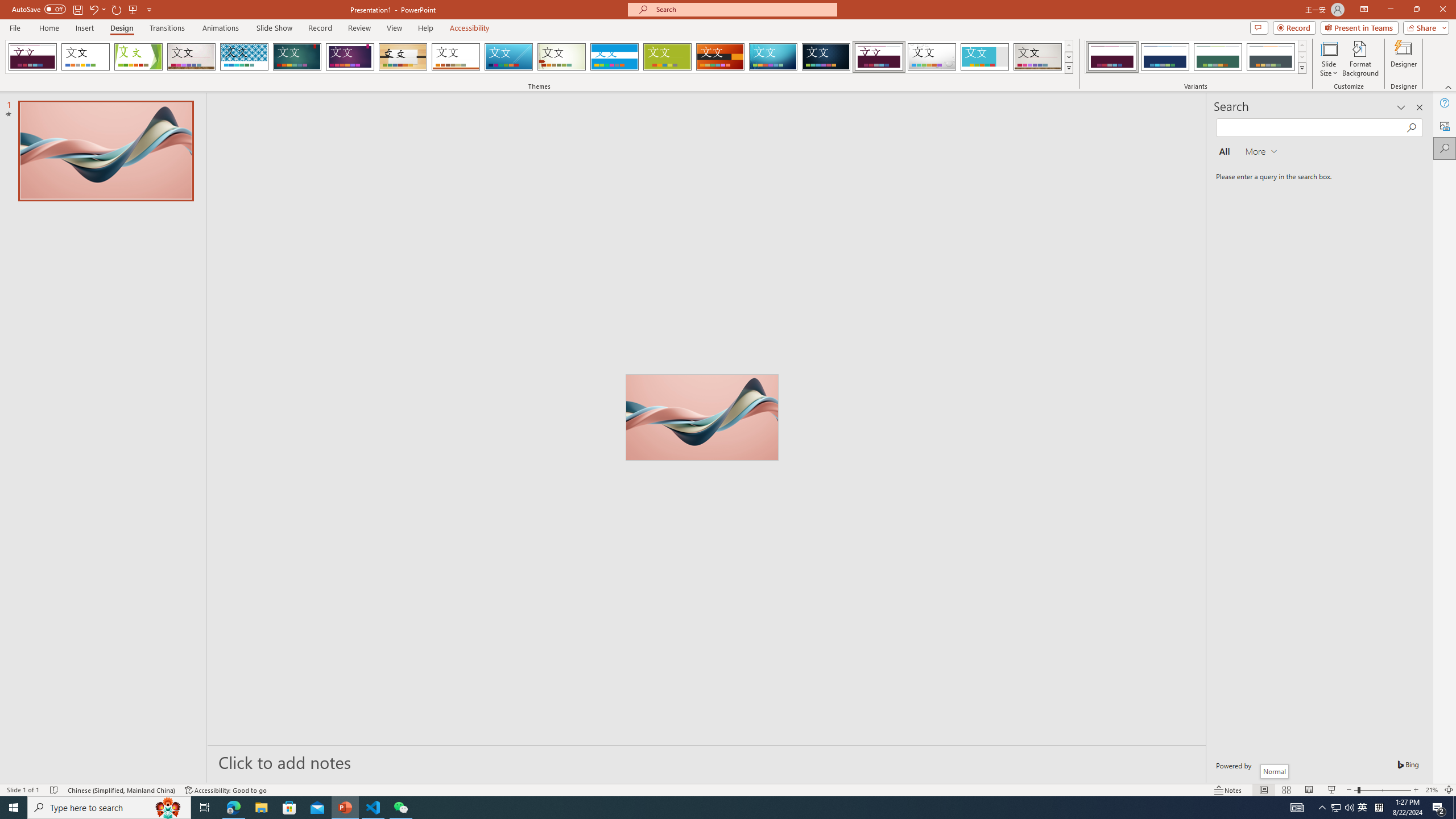 This screenshot has width=1456, height=819. Describe the element at coordinates (508, 56) in the screenshot. I see `'Slice'` at that location.